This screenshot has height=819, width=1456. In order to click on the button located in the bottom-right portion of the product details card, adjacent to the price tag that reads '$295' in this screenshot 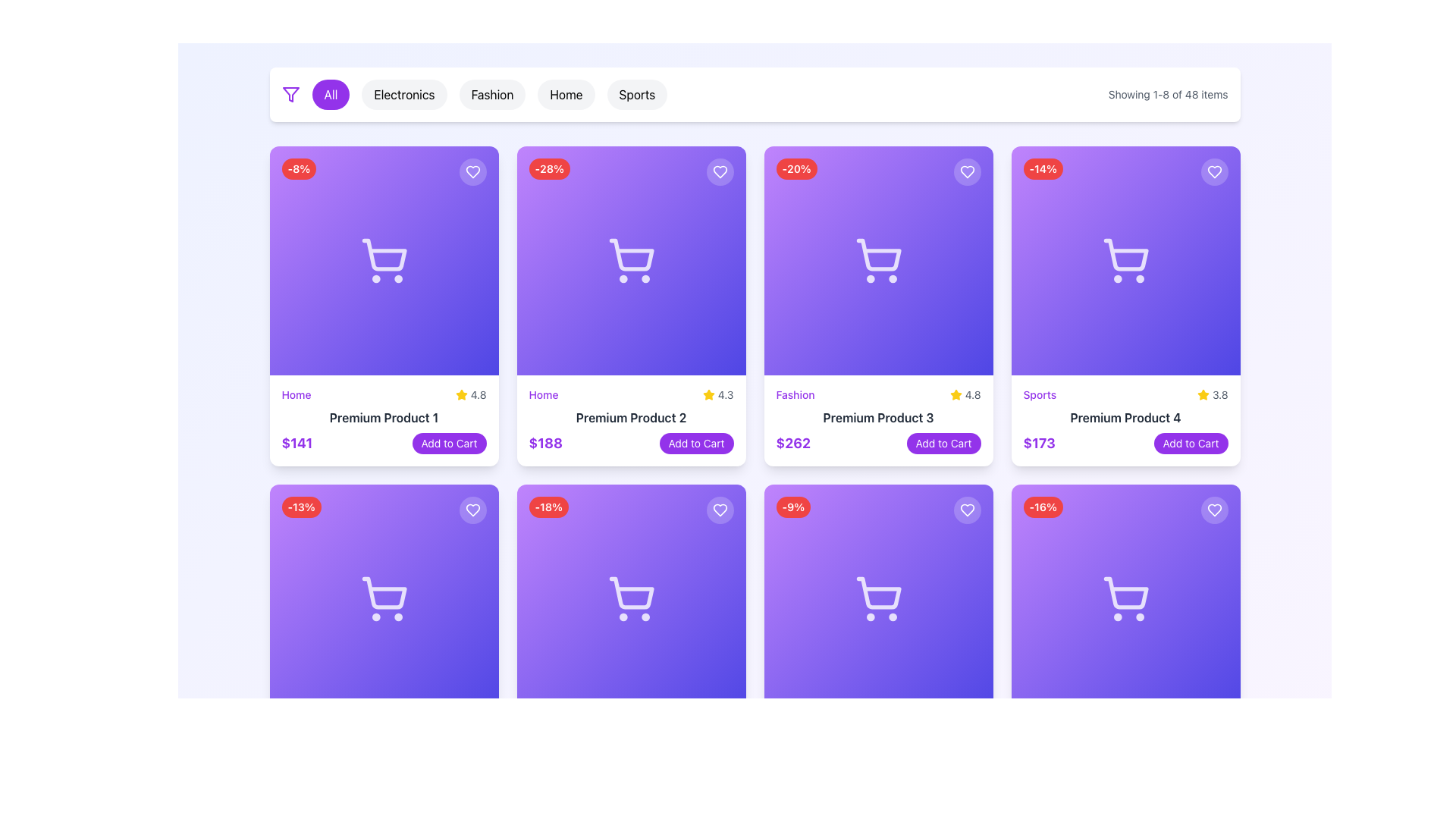, I will do `click(448, 781)`.